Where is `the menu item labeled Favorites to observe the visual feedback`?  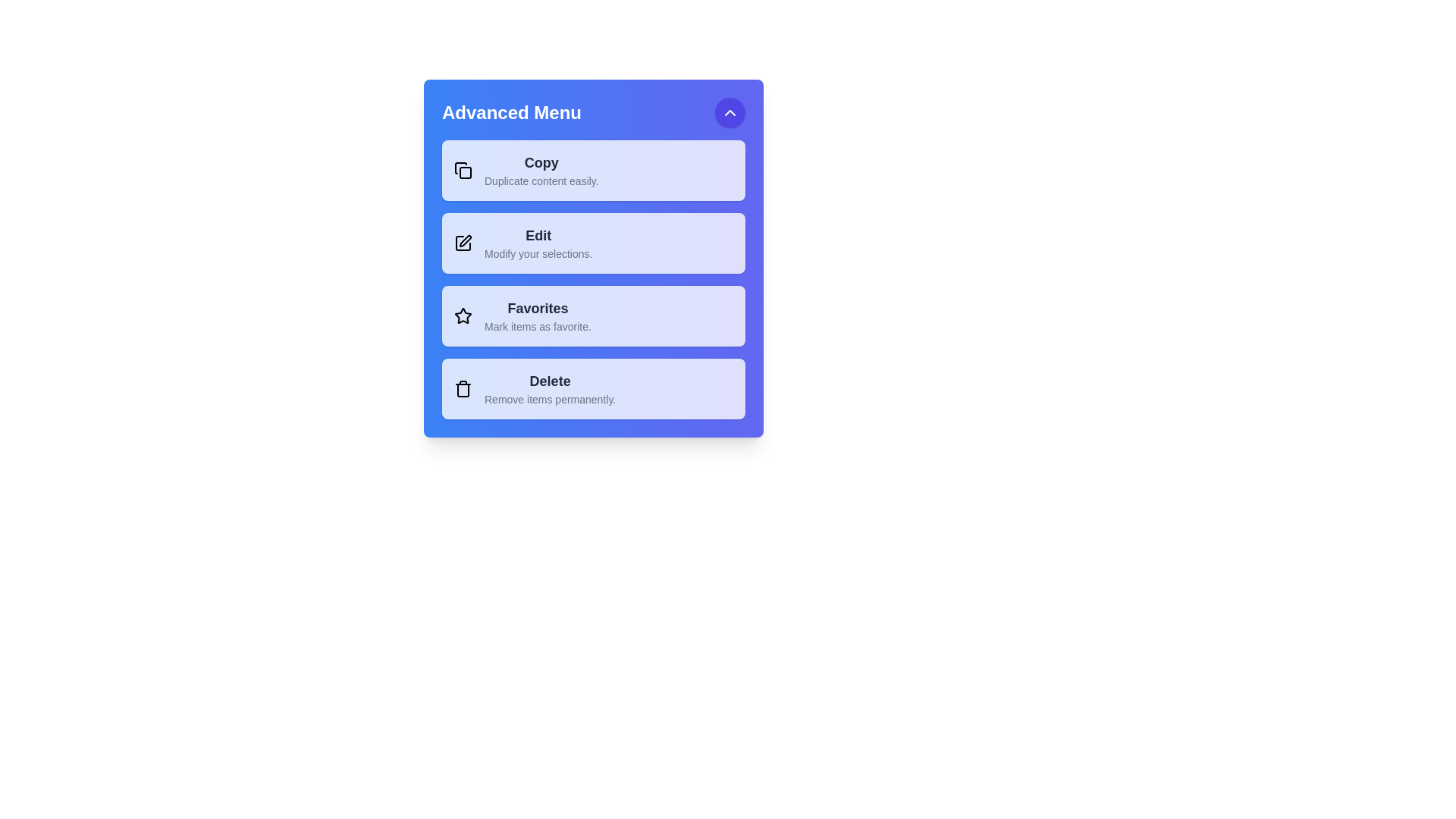
the menu item labeled Favorites to observe the visual feedback is located at coordinates (592, 315).